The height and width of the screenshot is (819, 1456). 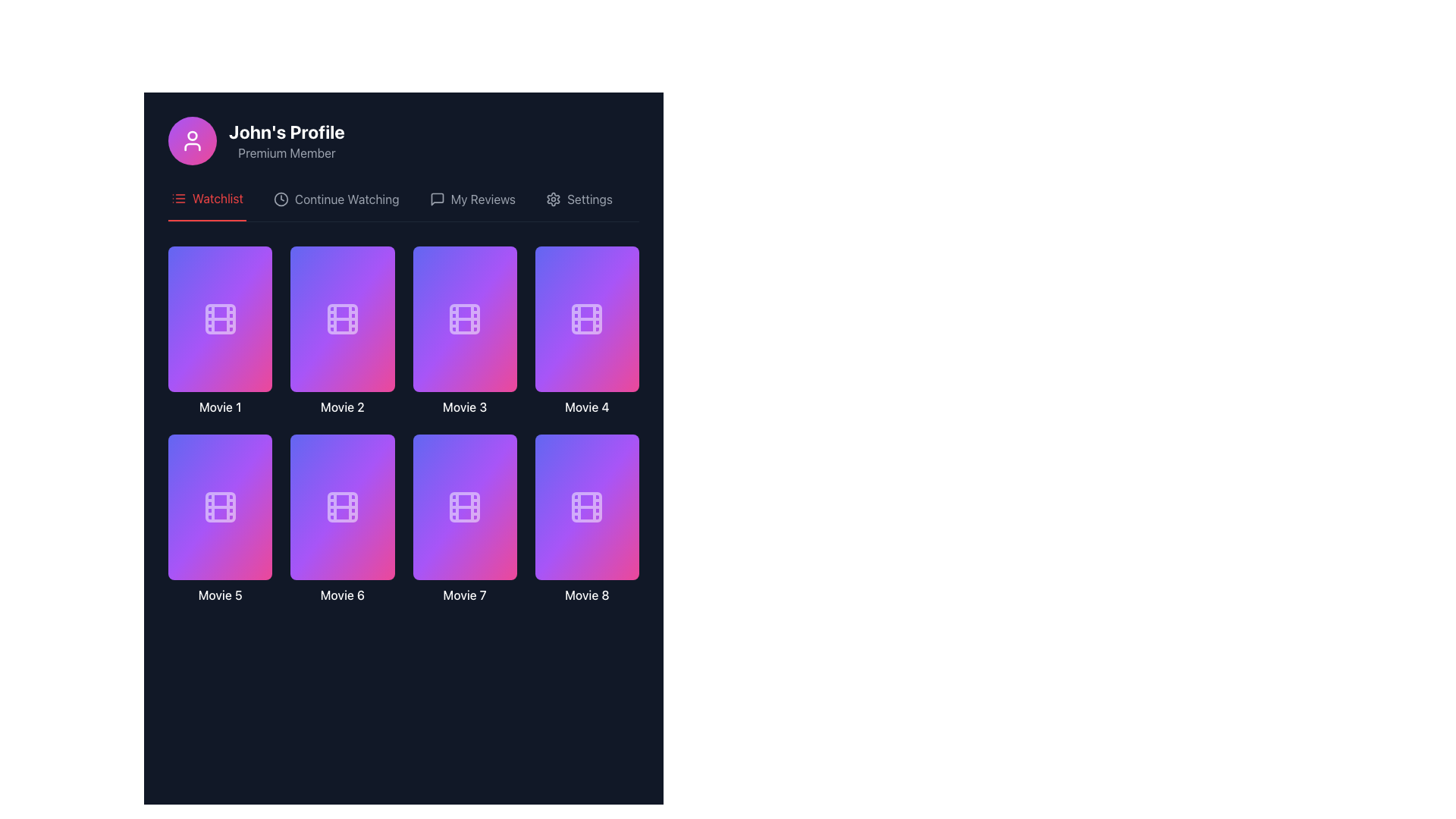 What do you see at coordinates (178, 198) in the screenshot?
I see `the 'Watchlist' menu item icon located in the upper-left section of the interface` at bounding box center [178, 198].